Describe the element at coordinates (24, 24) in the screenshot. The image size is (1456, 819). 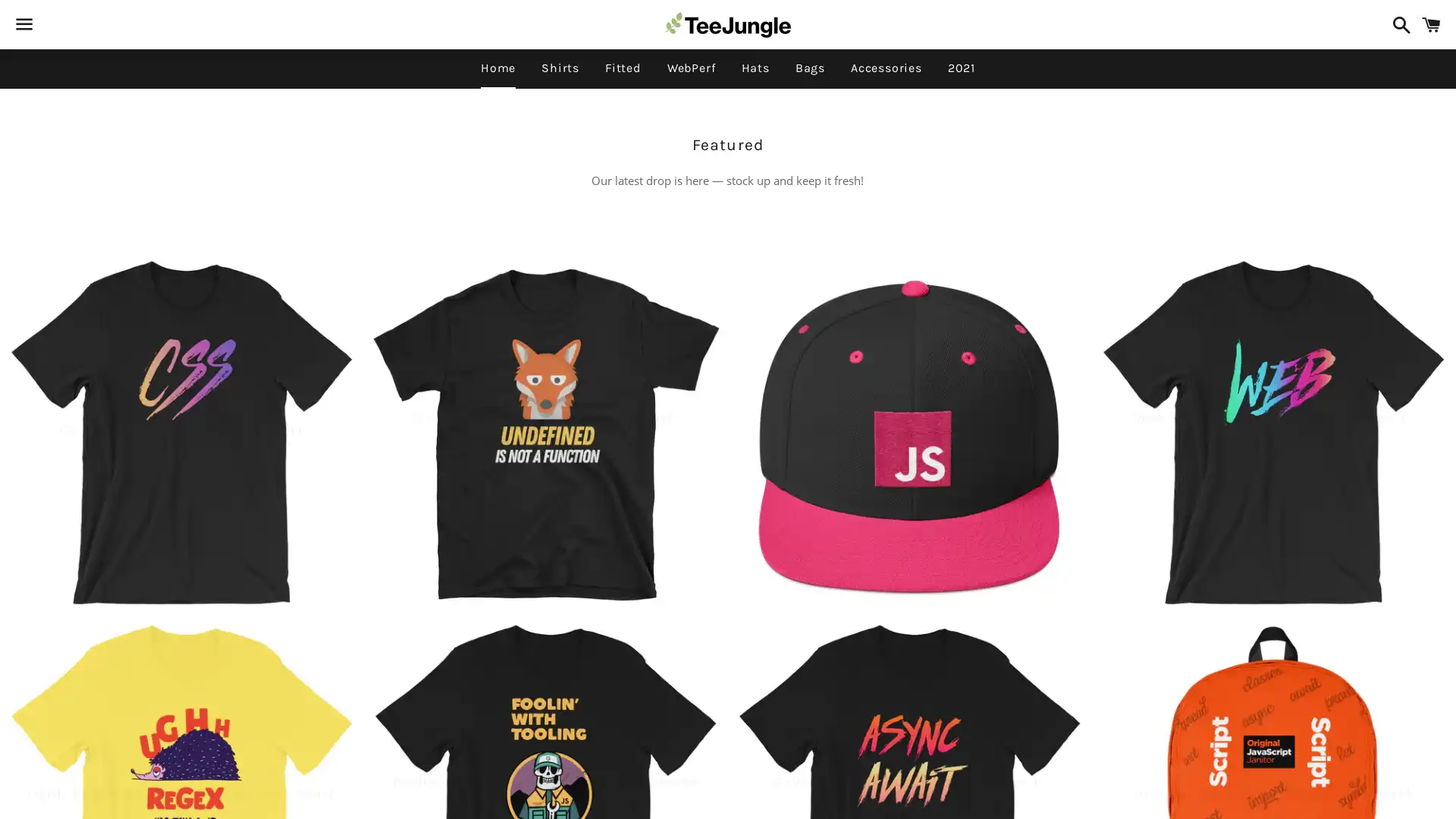
I see `Menu` at that location.